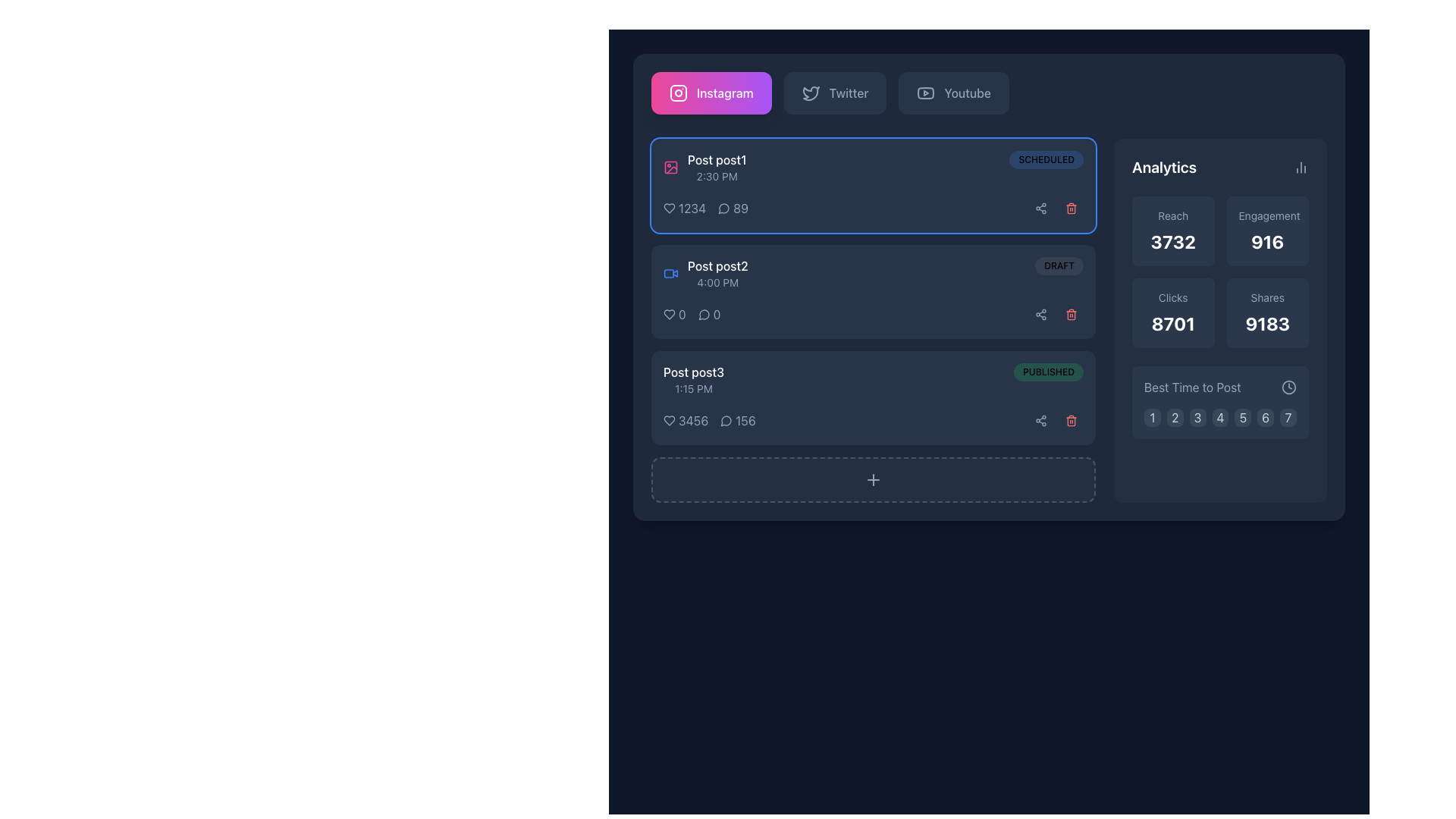  Describe the element at coordinates (1288, 418) in the screenshot. I see `the button representing the number '7' in the 'Best Time to Post' section to trigger hover effects` at that location.